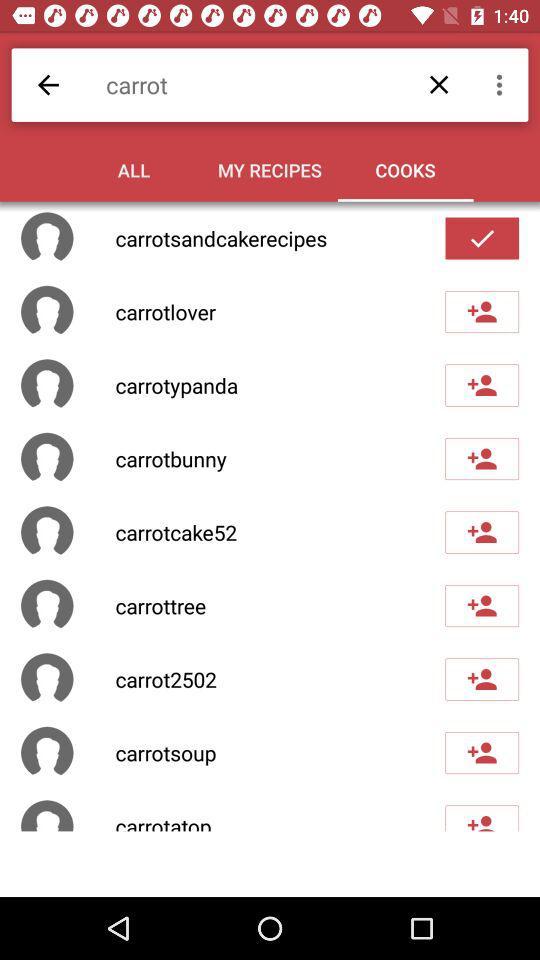 The height and width of the screenshot is (960, 540). What do you see at coordinates (481, 531) in the screenshot?
I see `a cook` at bounding box center [481, 531].